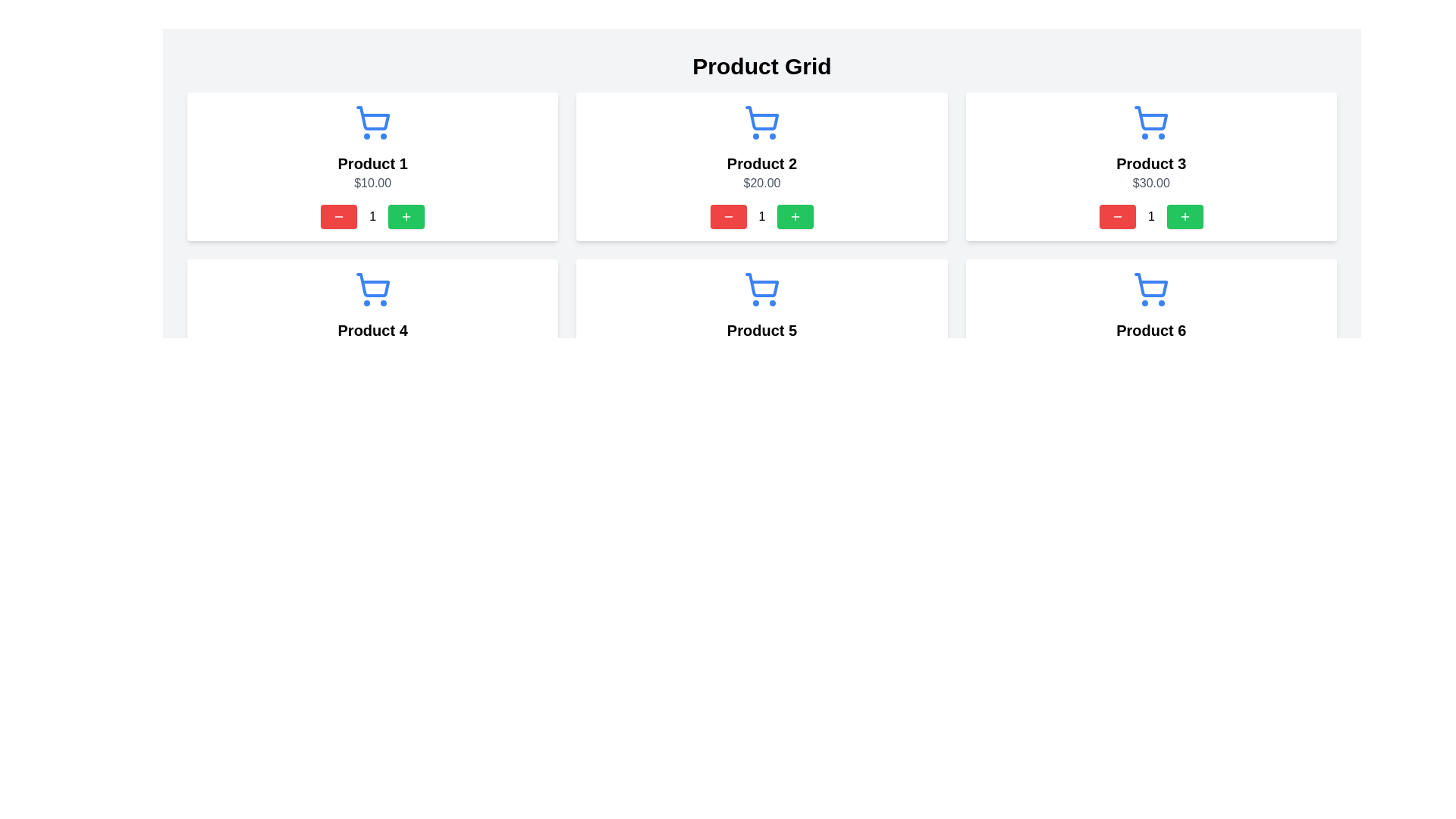 The image size is (1456, 819). Describe the element at coordinates (1151, 118) in the screenshot. I see `the shopping cart icon located in the first row and third column of the grid layout, above the text 'Product 3'` at that location.